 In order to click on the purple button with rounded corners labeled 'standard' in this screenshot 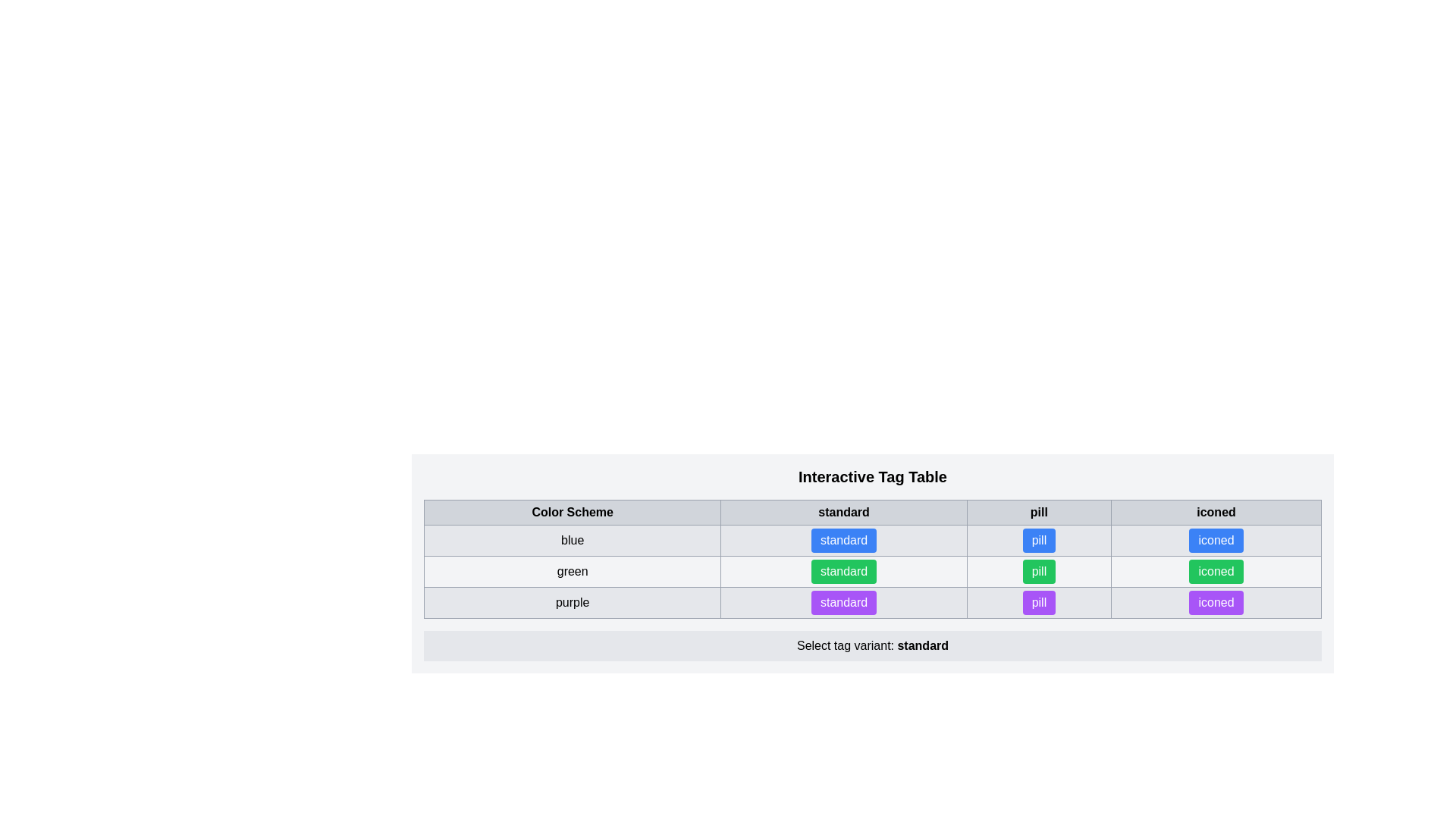, I will do `click(843, 601)`.